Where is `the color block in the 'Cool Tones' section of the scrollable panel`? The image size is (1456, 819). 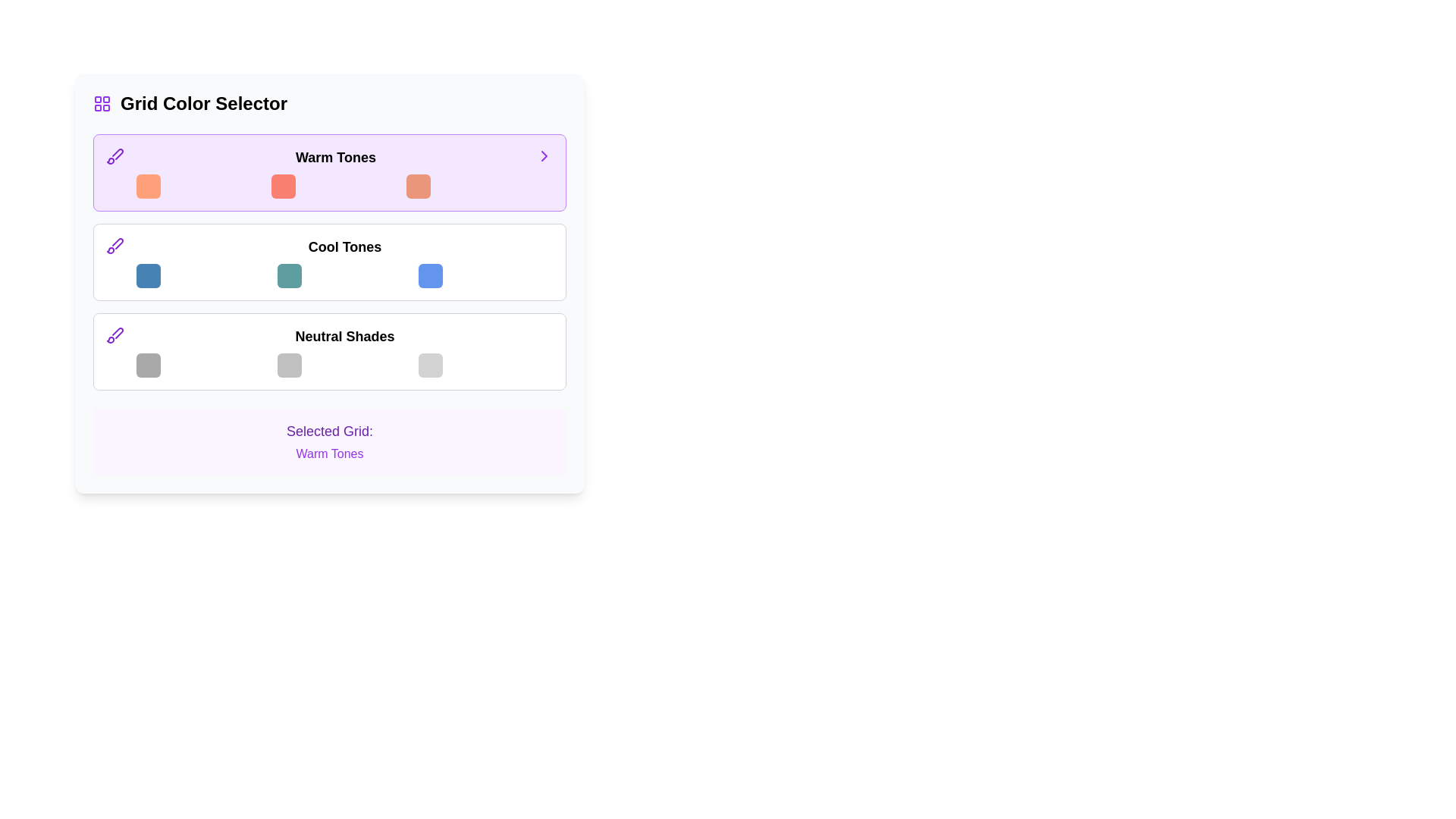 the color block in the 'Cool Tones' section of the scrollable panel is located at coordinates (329, 262).